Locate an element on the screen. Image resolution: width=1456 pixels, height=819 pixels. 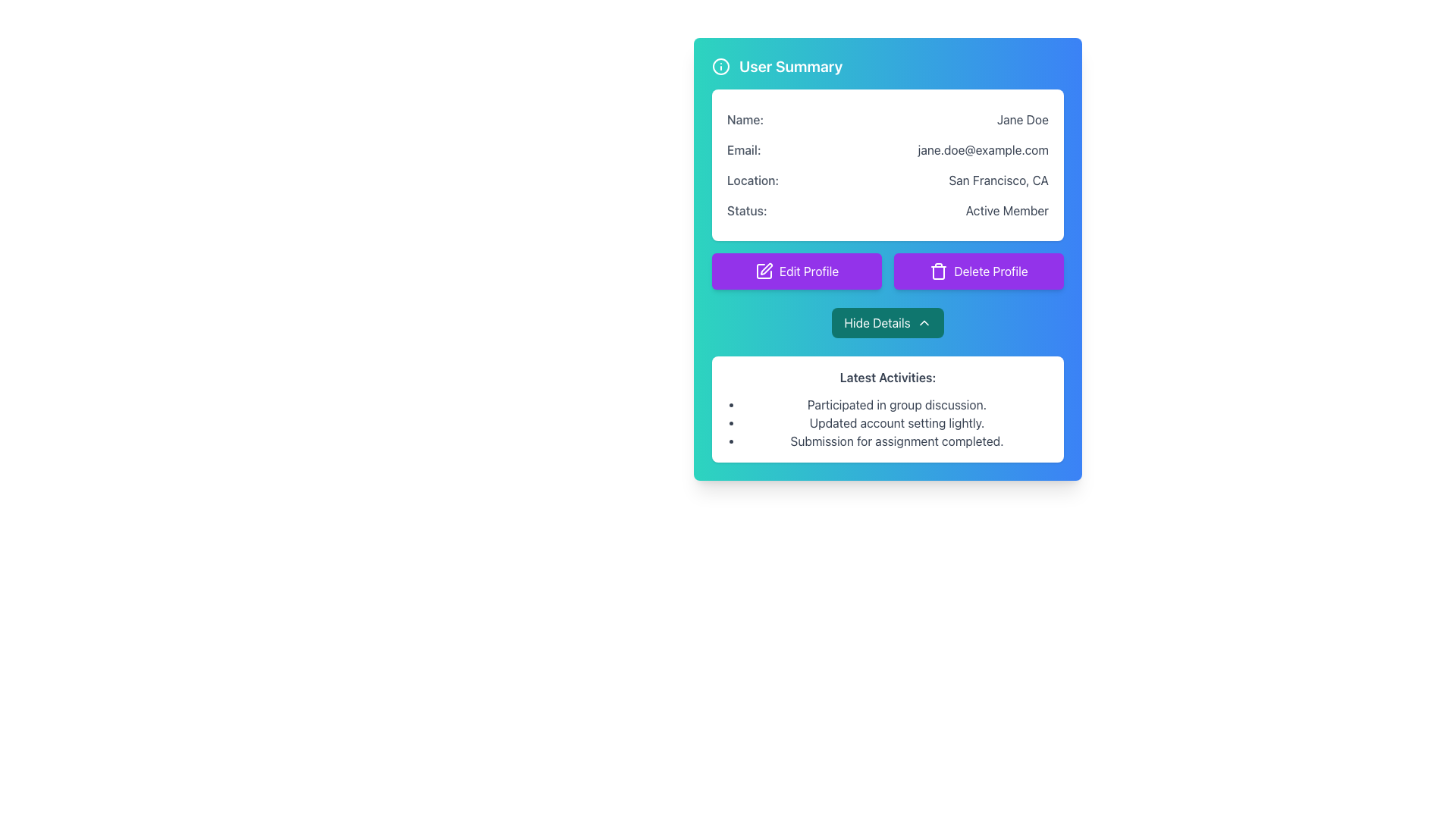
bulleted list items located beneath the heading 'Latest Activities:' with three items: 'Participated in group discussion.', 'Updated account setting lightly.', and 'Submission for assignment completed.' is located at coordinates (888, 423).